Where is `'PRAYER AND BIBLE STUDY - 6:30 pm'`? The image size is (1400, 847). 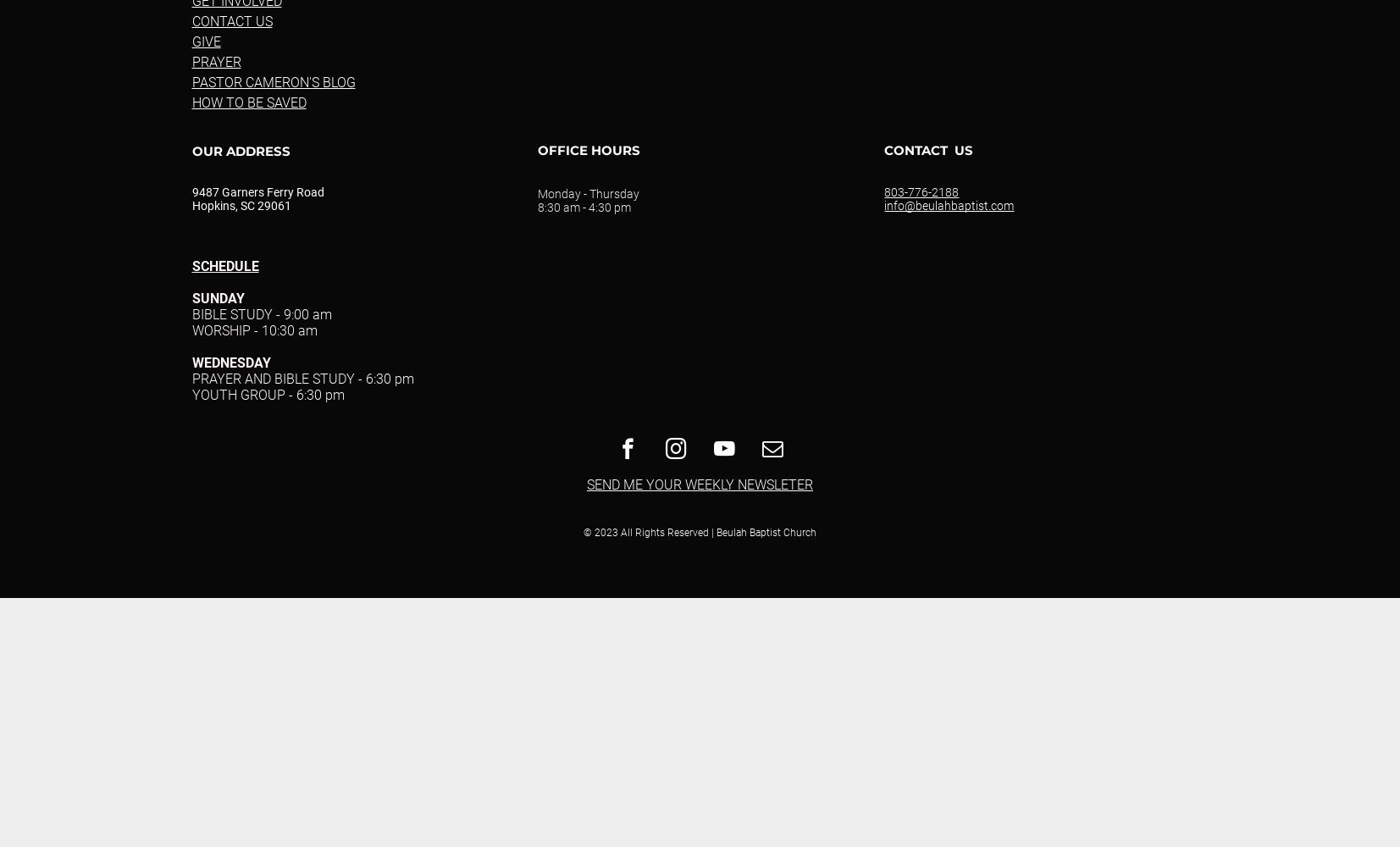 'PRAYER AND BIBLE STUDY - 6:30 pm' is located at coordinates (302, 378).